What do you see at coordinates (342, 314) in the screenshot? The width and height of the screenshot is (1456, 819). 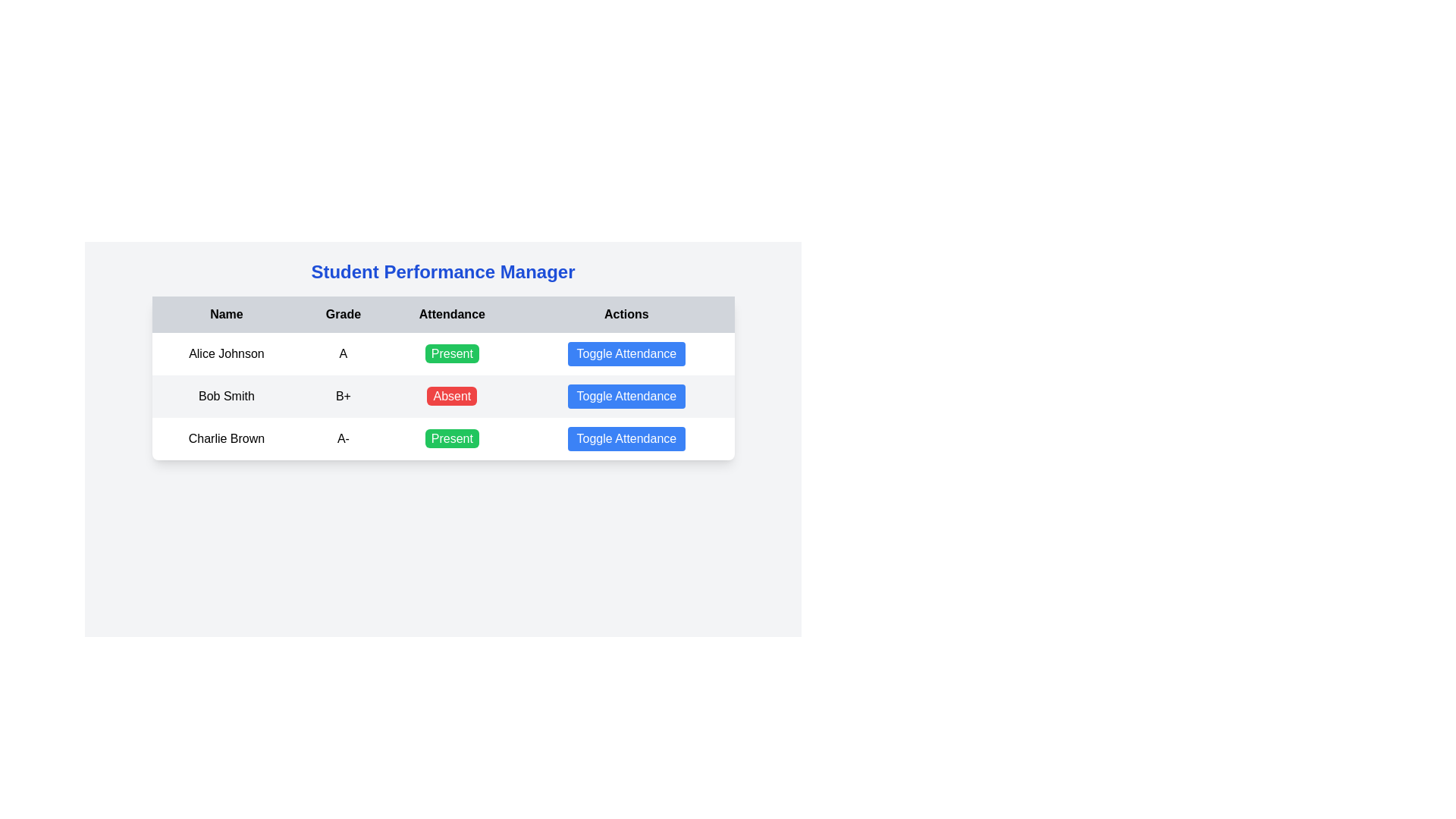 I see `the 'Grade' text label located in the second column of the header row of the table, which indicates the nature of the data in the column beneath it` at bounding box center [342, 314].